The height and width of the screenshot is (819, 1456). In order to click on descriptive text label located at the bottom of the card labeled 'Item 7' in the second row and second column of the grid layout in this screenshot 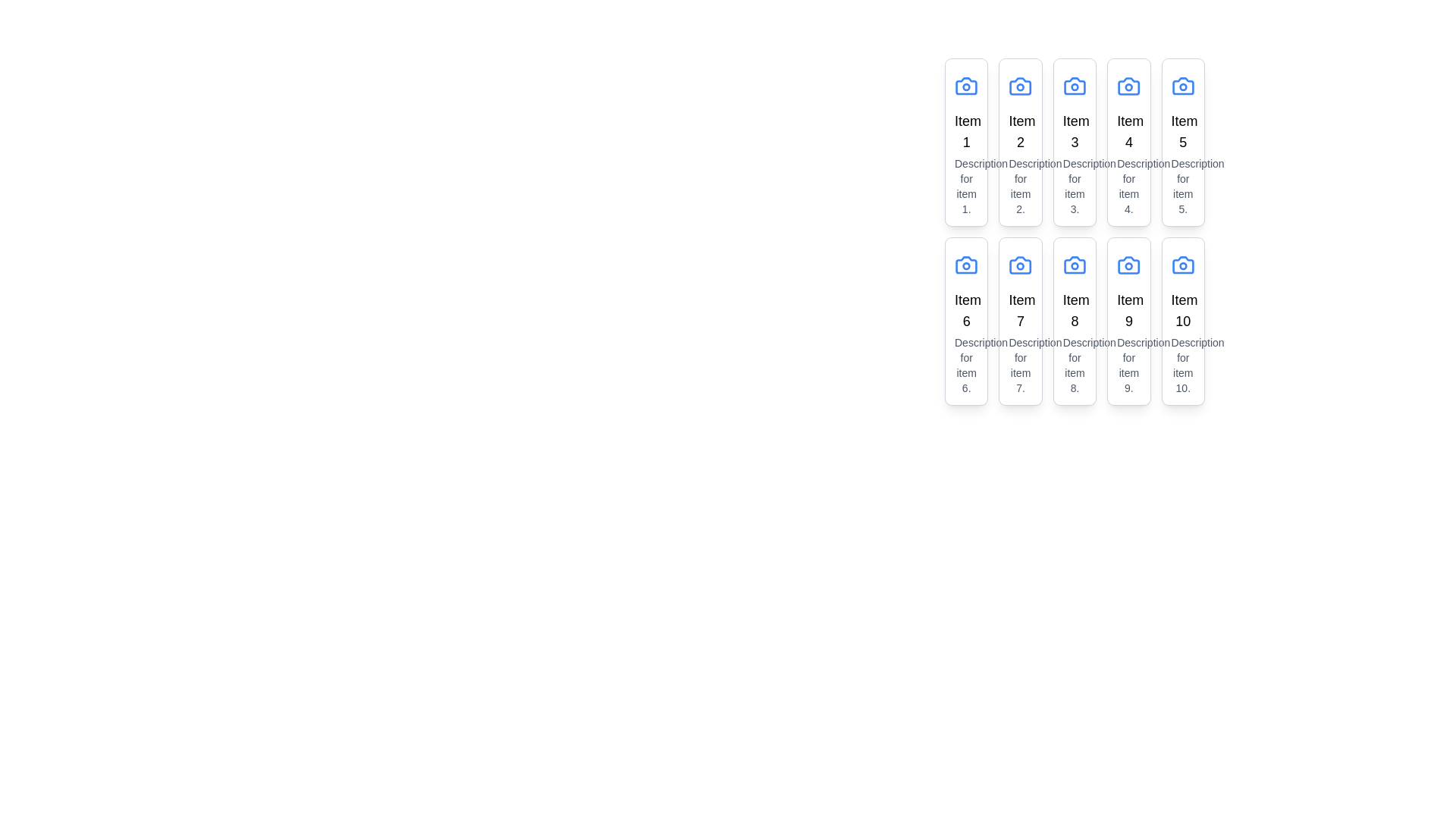, I will do `click(1021, 366)`.